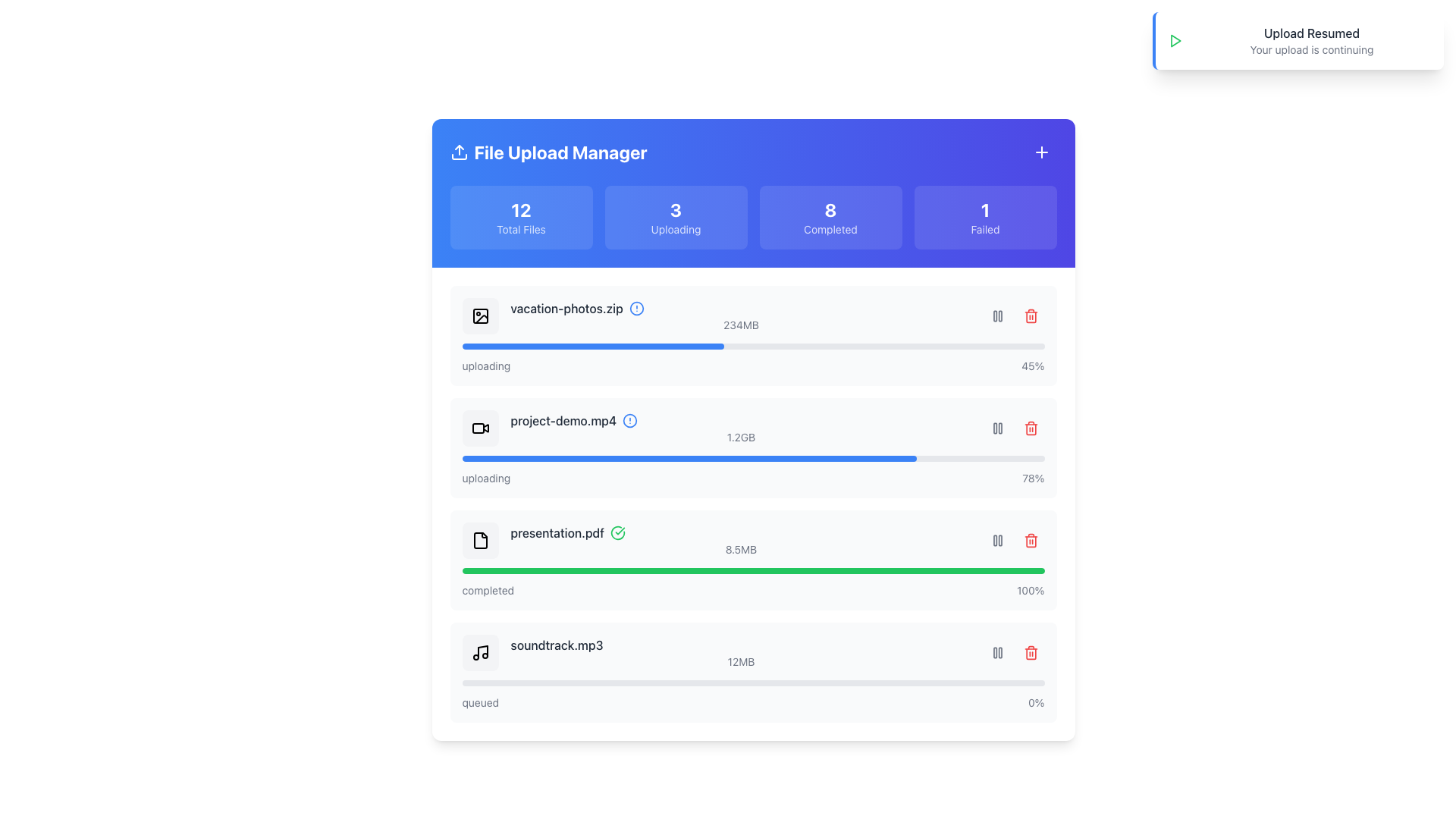 Image resolution: width=1456 pixels, height=819 pixels. What do you see at coordinates (1175, 40) in the screenshot?
I see `the play button, which is represented as a green triangular SVG icon located near the top-right of the dialog box` at bounding box center [1175, 40].